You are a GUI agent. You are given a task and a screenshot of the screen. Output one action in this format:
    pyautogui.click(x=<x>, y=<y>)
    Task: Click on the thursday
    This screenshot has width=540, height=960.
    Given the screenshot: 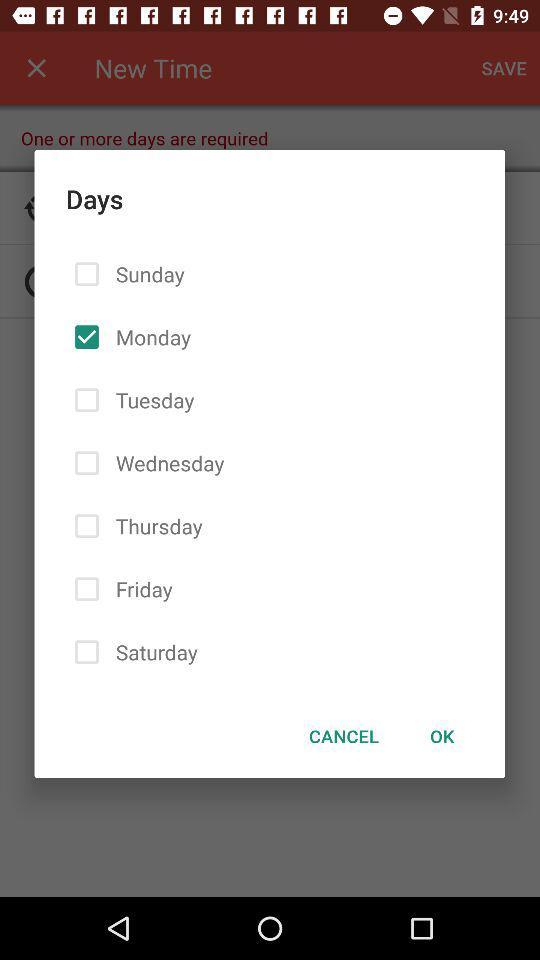 What is the action you would take?
    pyautogui.click(x=154, y=525)
    